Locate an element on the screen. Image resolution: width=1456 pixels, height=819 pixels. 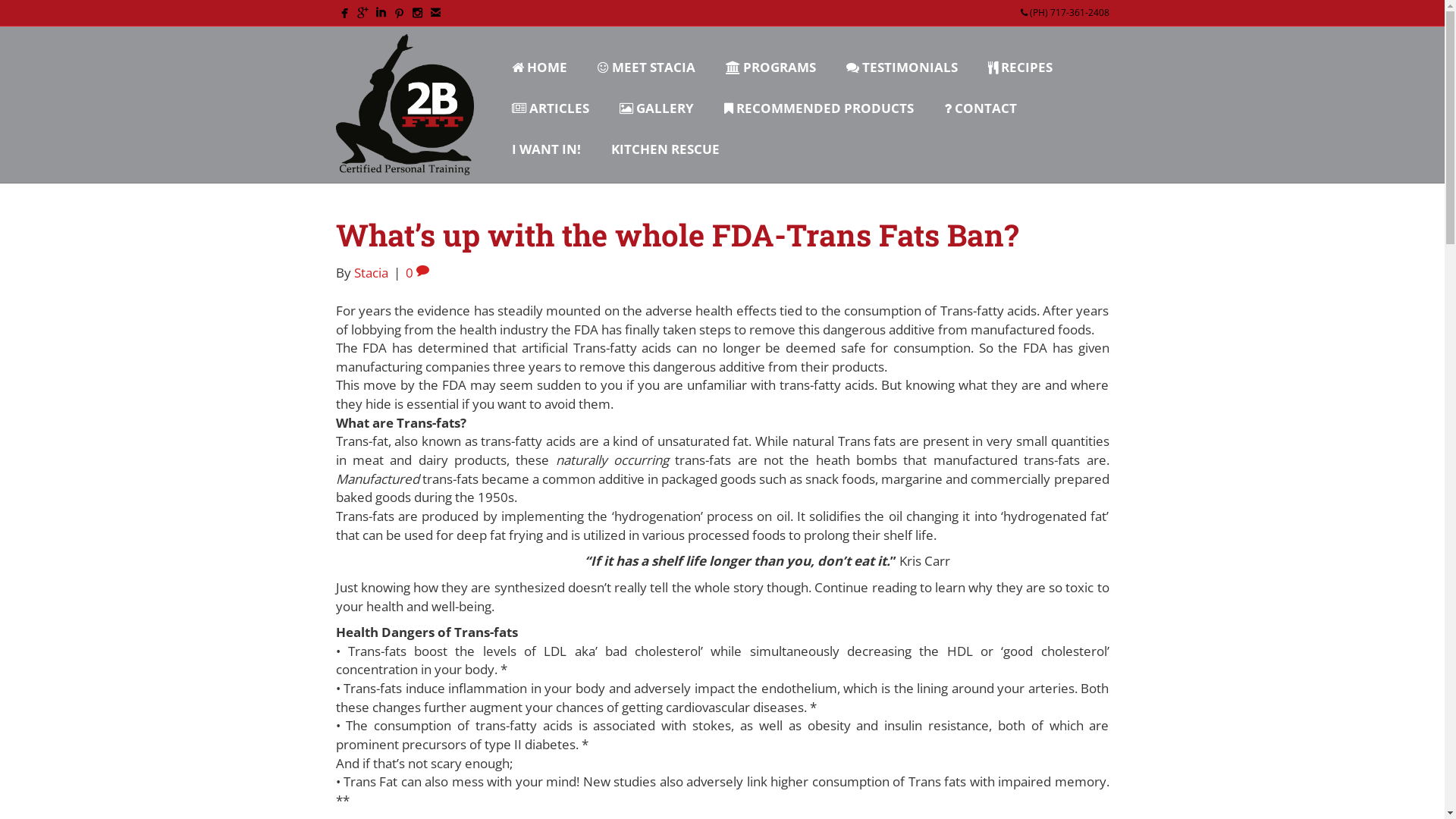
'CONTACT' is located at coordinates (927, 104).